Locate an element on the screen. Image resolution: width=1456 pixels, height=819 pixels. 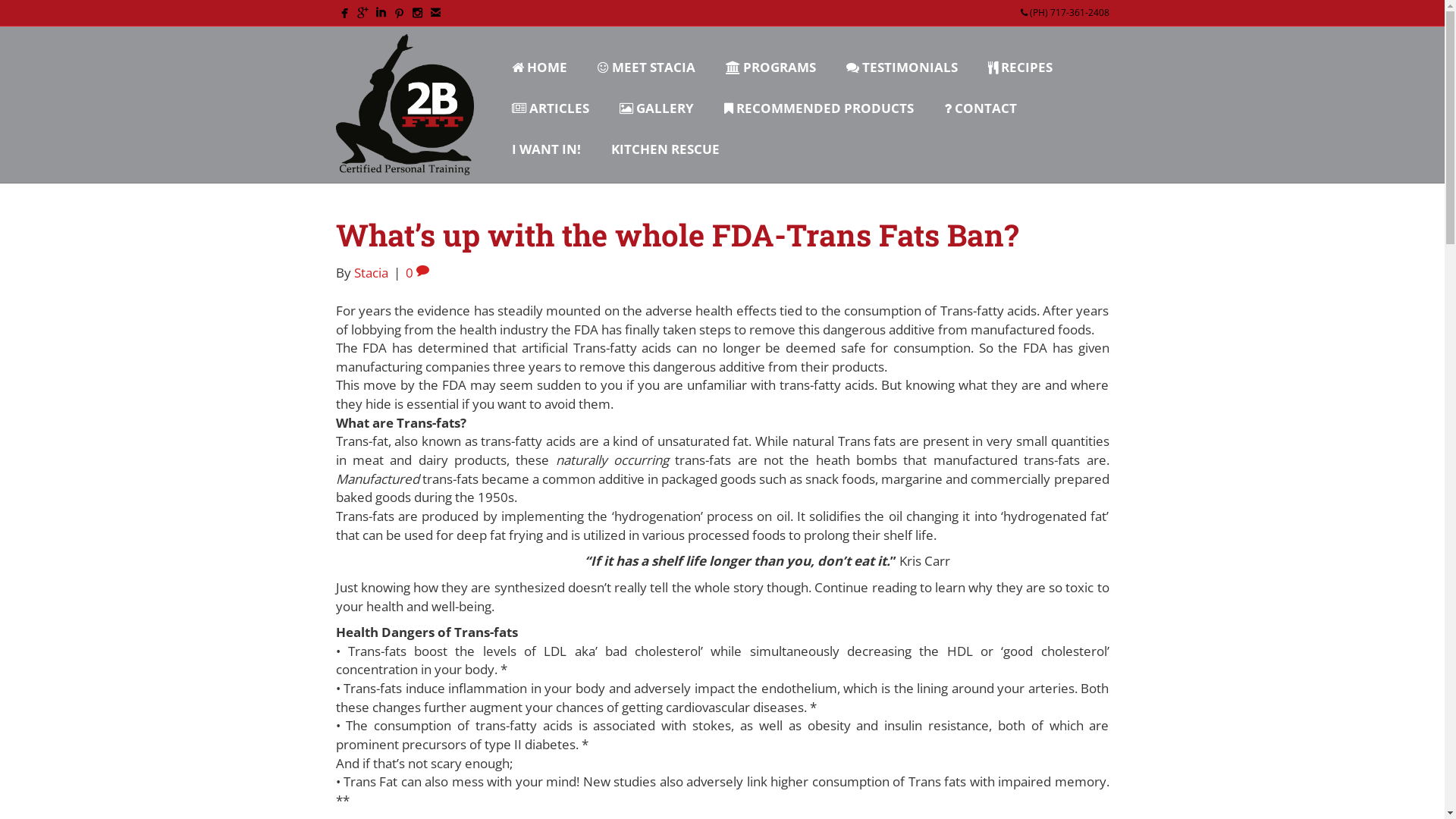
'CONTACT' is located at coordinates (927, 104).